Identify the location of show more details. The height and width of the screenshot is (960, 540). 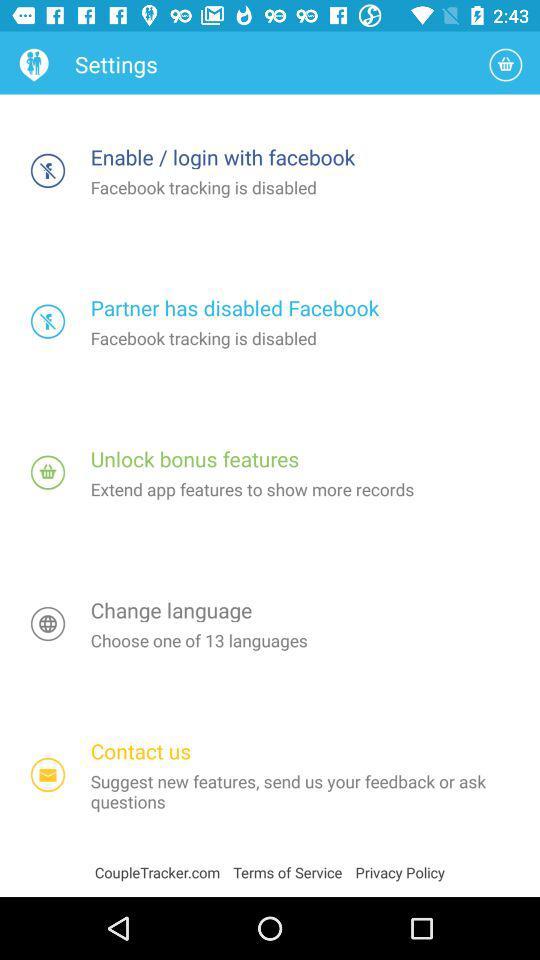
(48, 472).